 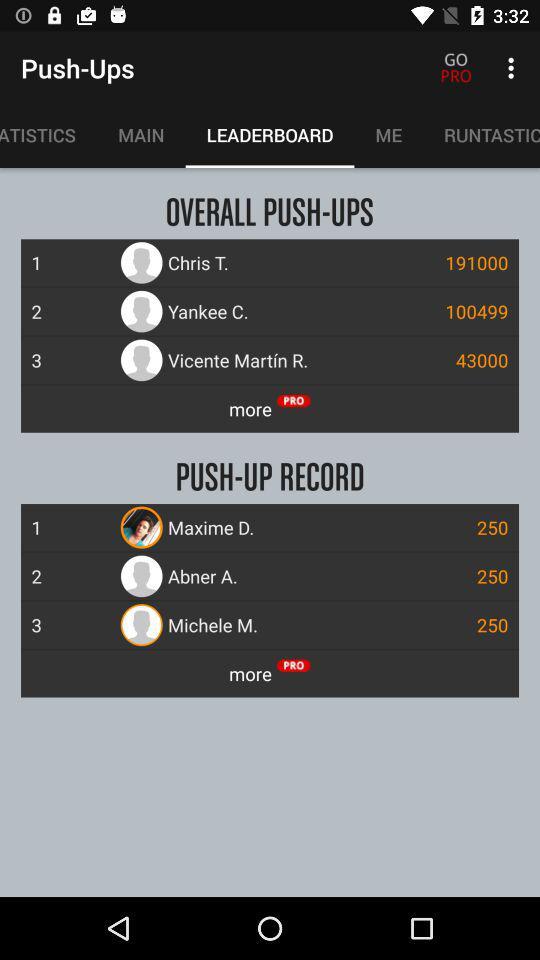 I want to click on item above the chris t., so click(x=480, y=134).